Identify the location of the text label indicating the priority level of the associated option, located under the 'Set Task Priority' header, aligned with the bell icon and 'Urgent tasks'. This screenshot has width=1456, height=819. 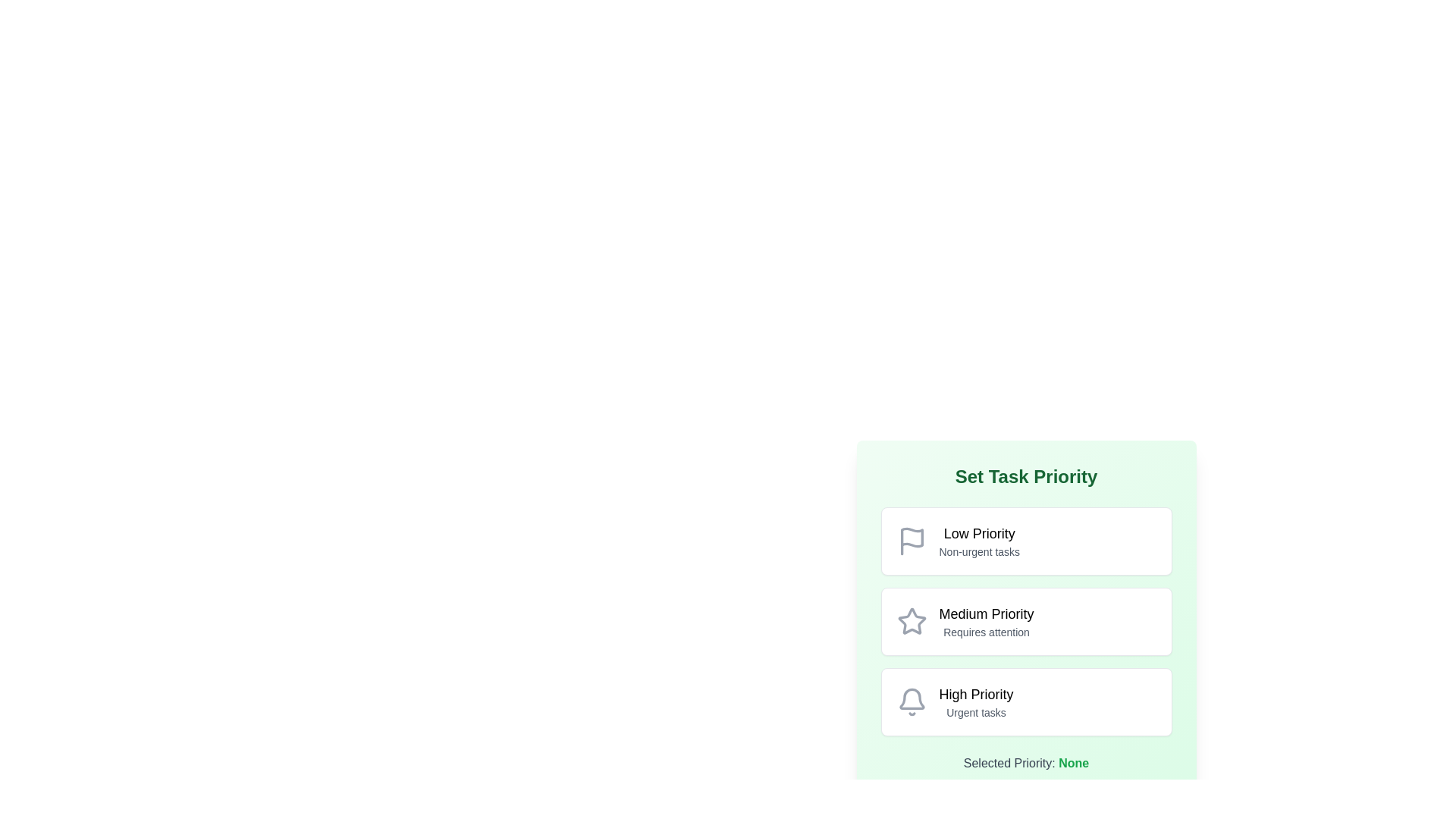
(976, 694).